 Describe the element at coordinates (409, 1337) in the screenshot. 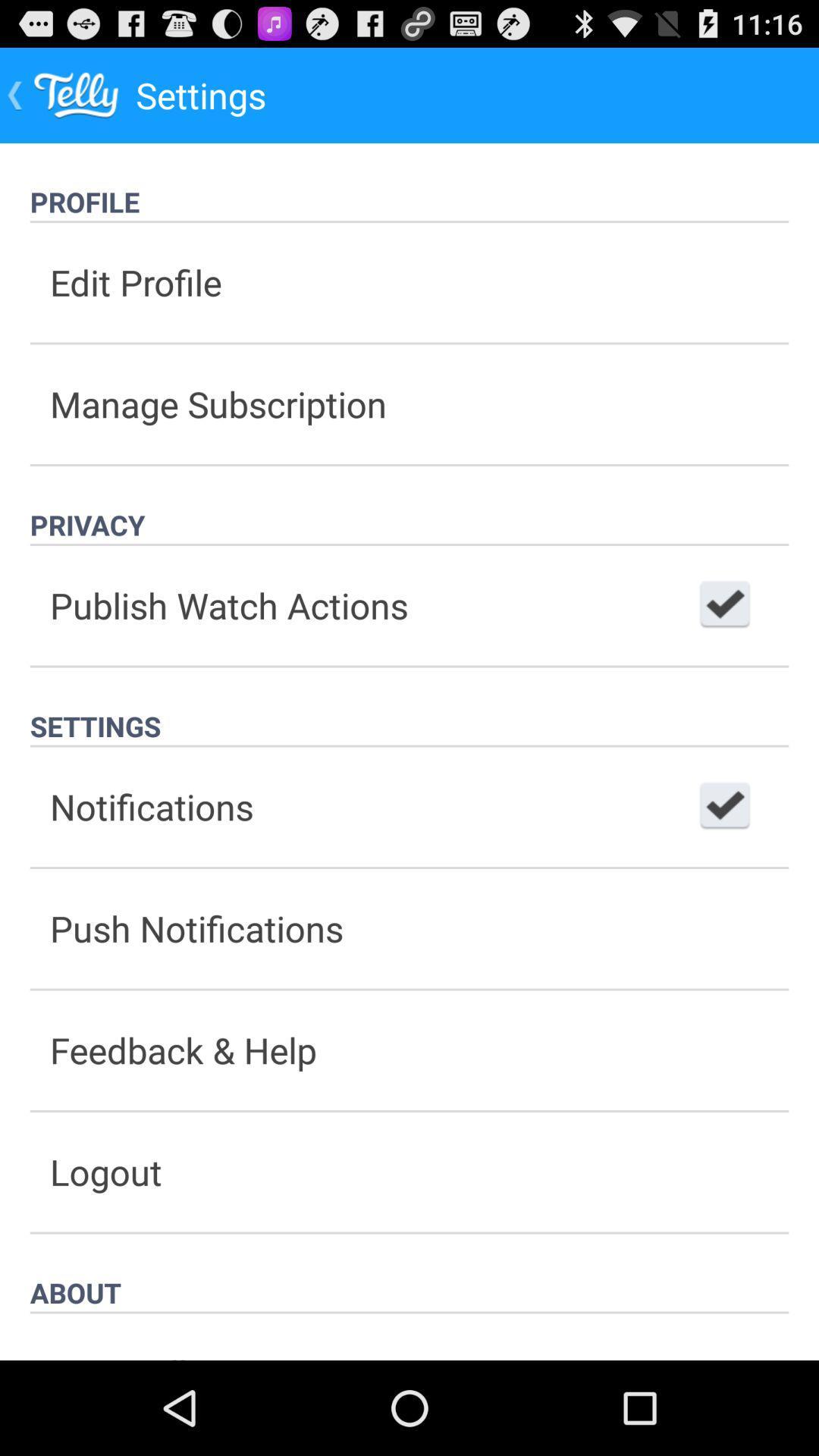

I see `rate telly item` at that location.